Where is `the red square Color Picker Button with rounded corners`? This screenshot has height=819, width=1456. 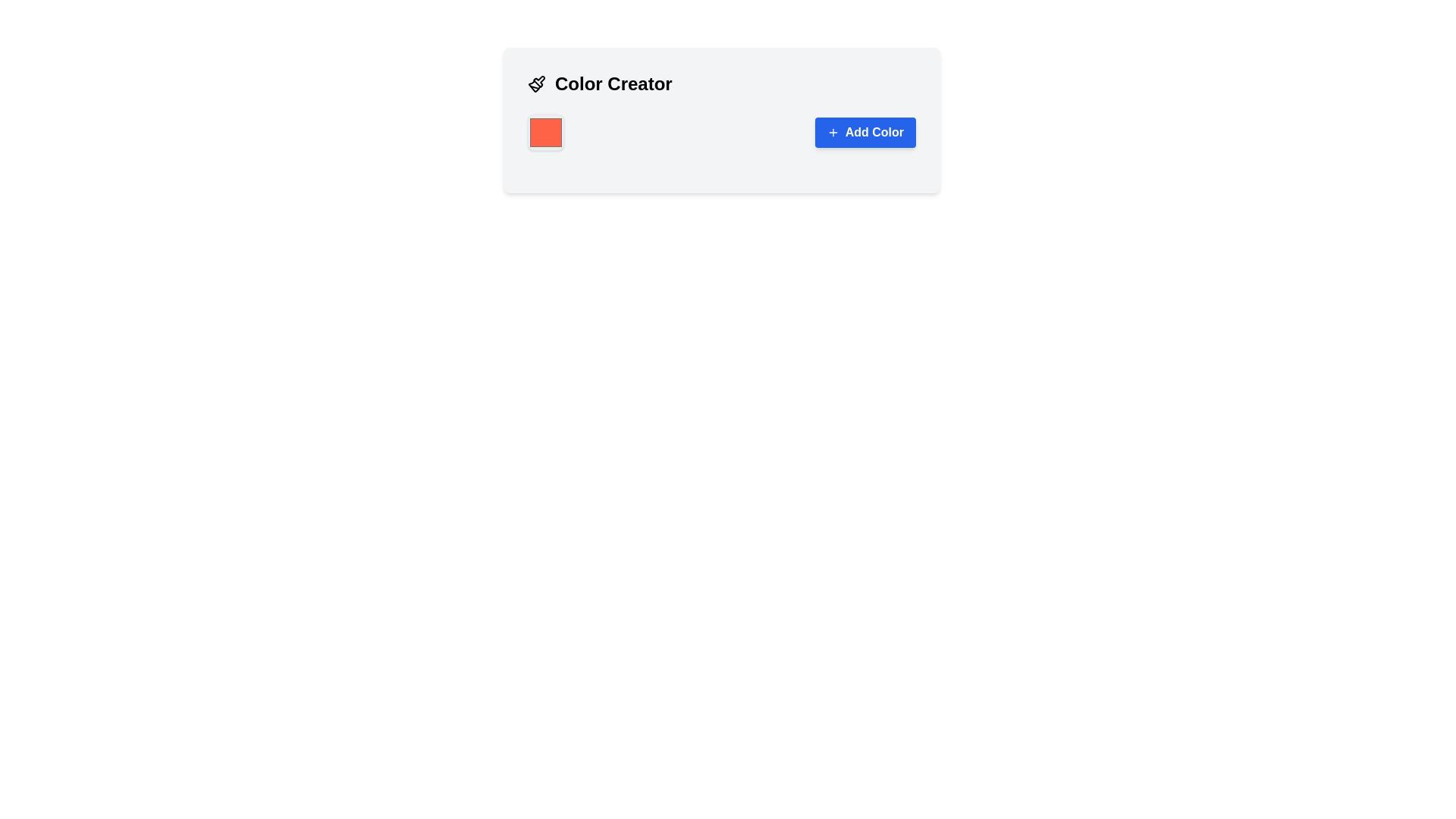
the red square Color Picker Button with rounded corners is located at coordinates (546, 131).